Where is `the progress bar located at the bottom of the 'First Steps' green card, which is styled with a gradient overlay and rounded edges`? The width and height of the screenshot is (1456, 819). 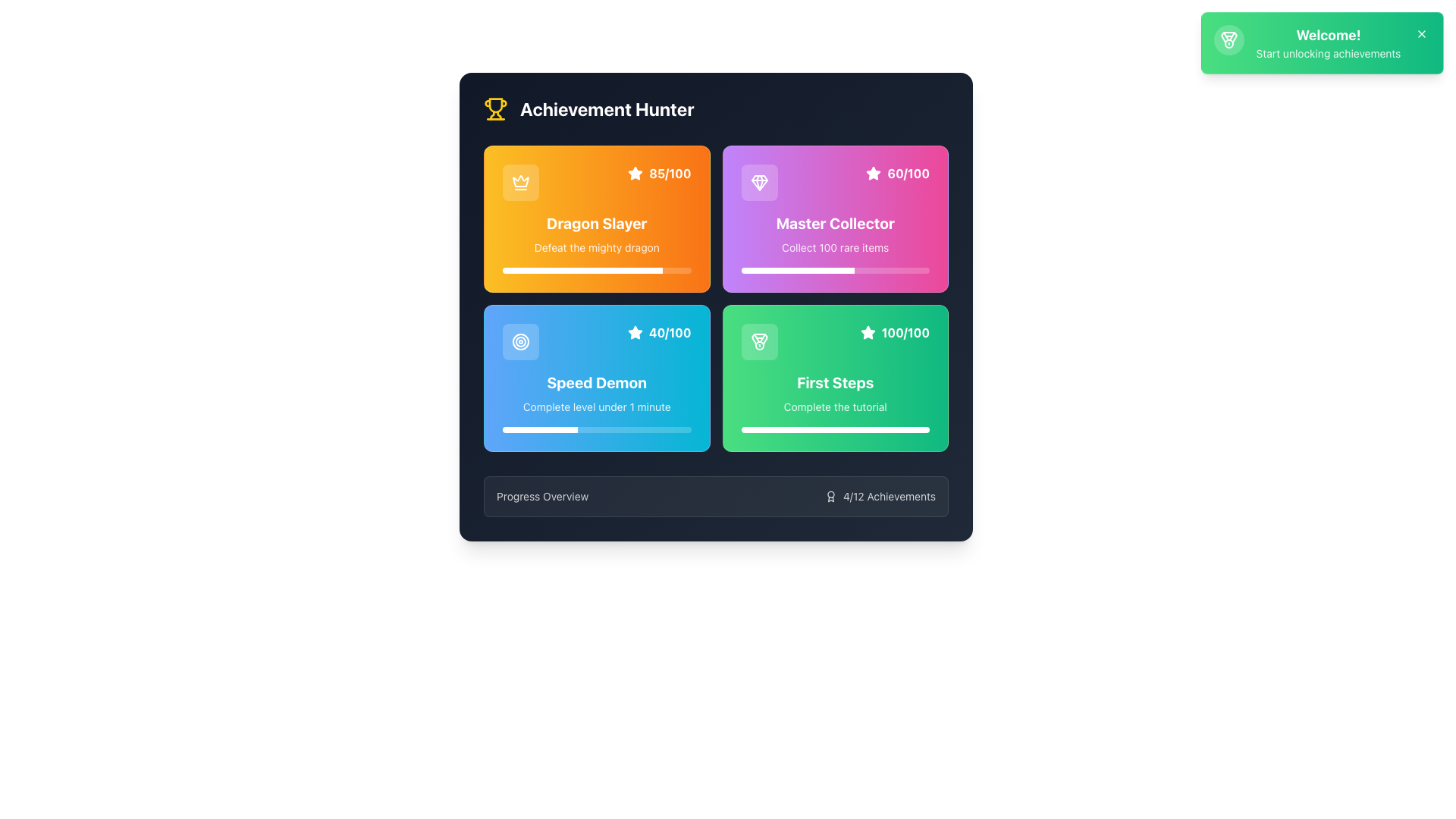
the progress bar located at the bottom of the 'First Steps' green card, which is styled with a gradient overlay and rounded edges is located at coordinates (834, 430).